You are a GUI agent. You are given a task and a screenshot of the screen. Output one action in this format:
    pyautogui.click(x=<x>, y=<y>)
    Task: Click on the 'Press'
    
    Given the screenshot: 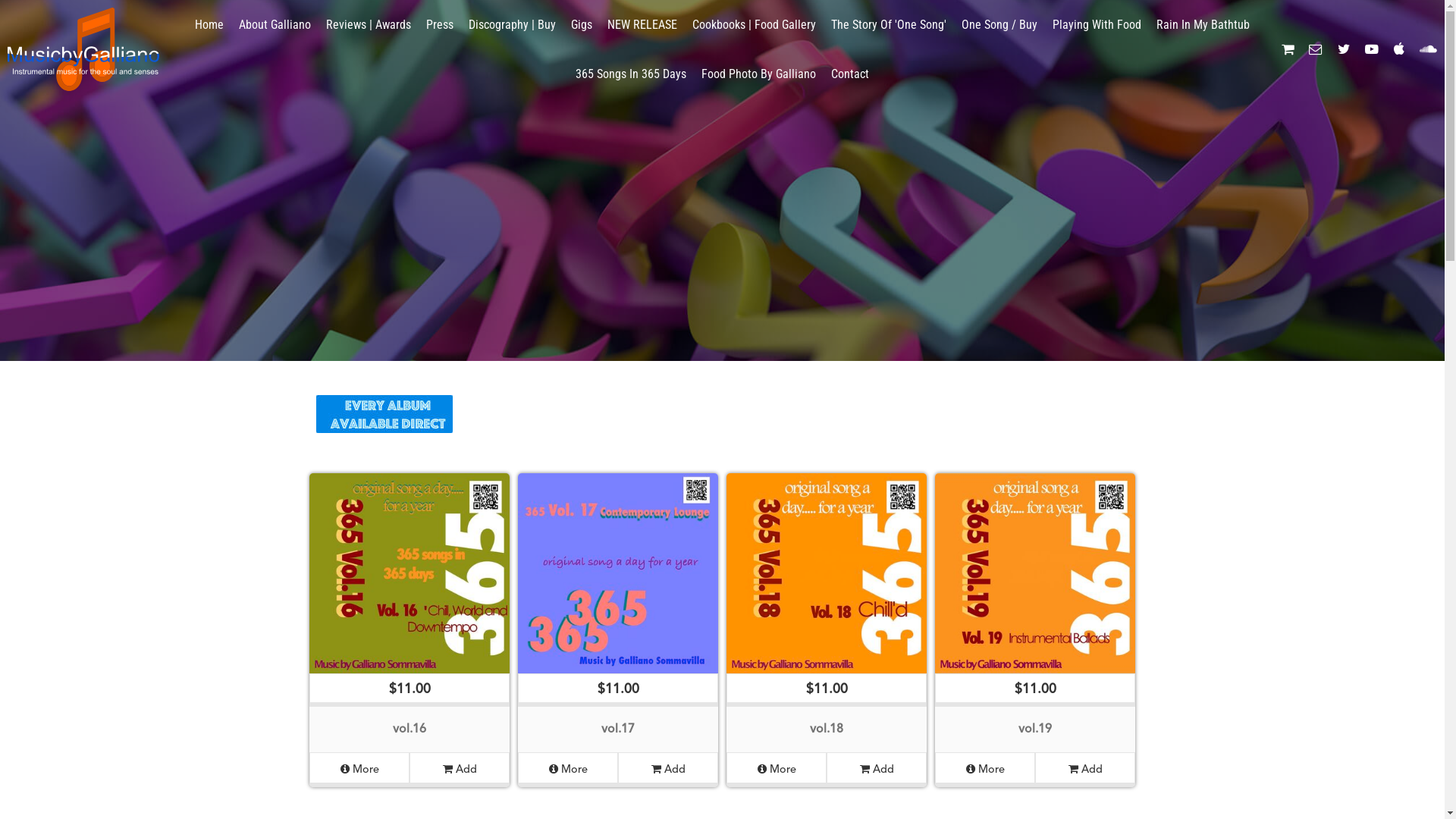 What is the action you would take?
    pyautogui.click(x=439, y=24)
    